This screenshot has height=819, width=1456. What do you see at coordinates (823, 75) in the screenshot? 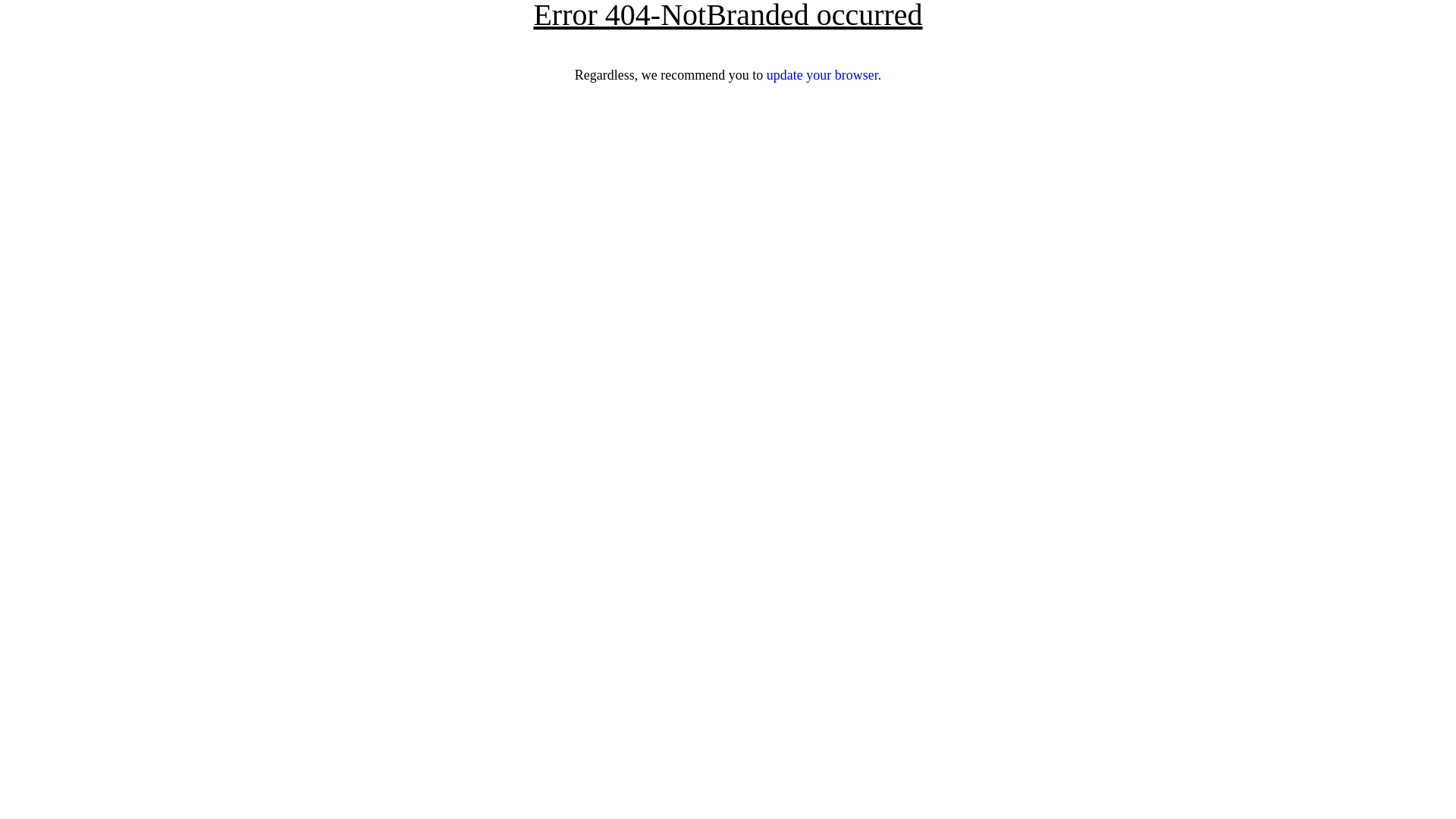
I see `'update your browser.'` at bounding box center [823, 75].